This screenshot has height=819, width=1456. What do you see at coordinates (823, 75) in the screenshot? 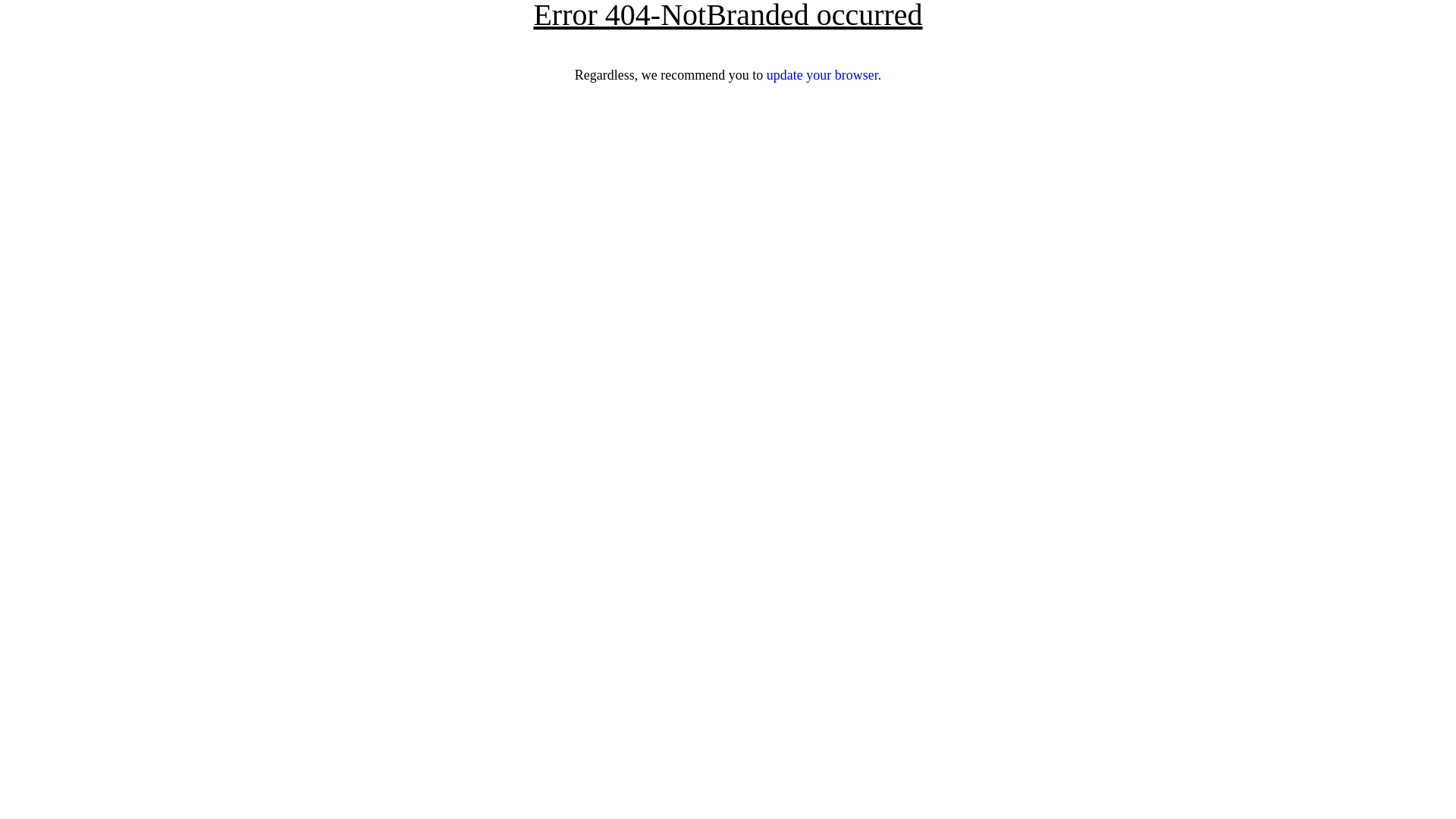
I see `'update your browser.'` at bounding box center [823, 75].